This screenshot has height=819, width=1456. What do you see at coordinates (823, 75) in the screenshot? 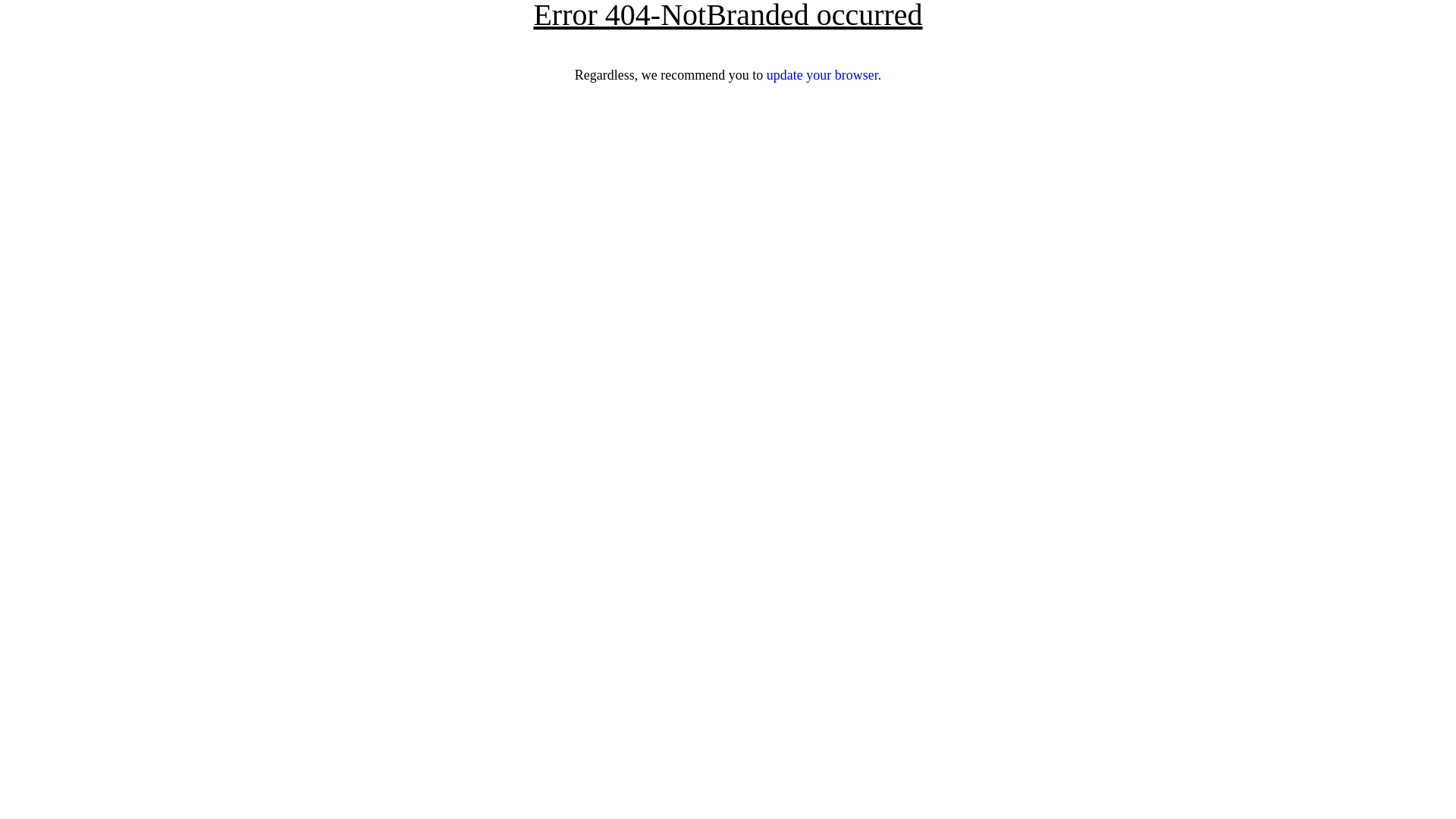
I see `'update your browser.'` at bounding box center [823, 75].